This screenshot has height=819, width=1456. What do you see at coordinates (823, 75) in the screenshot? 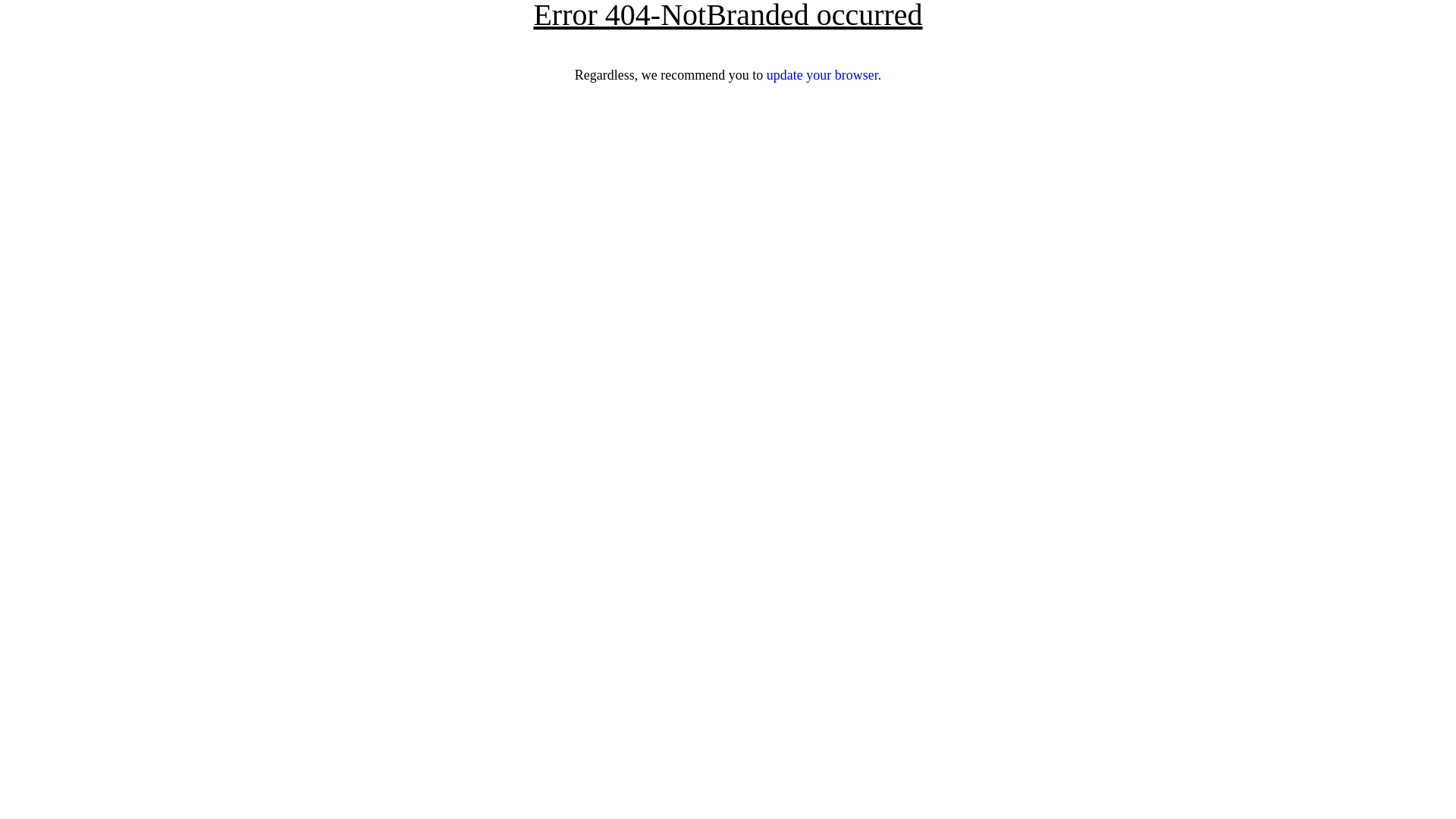
I see `'update your browser.'` at bounding box center [823, 75].